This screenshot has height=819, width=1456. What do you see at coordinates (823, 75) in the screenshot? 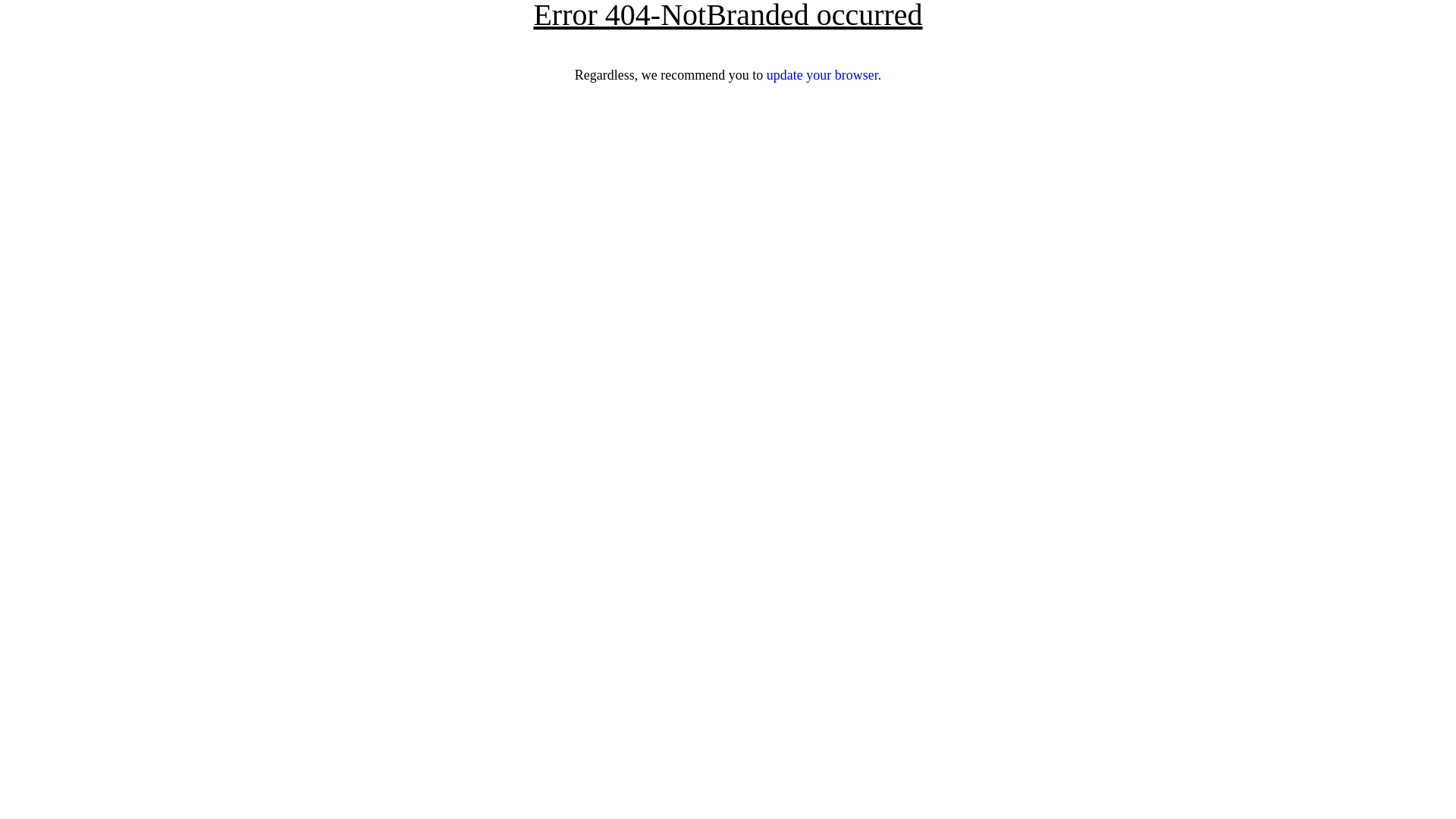
I see `'update your browser.'` at bounding box center [823, 75].